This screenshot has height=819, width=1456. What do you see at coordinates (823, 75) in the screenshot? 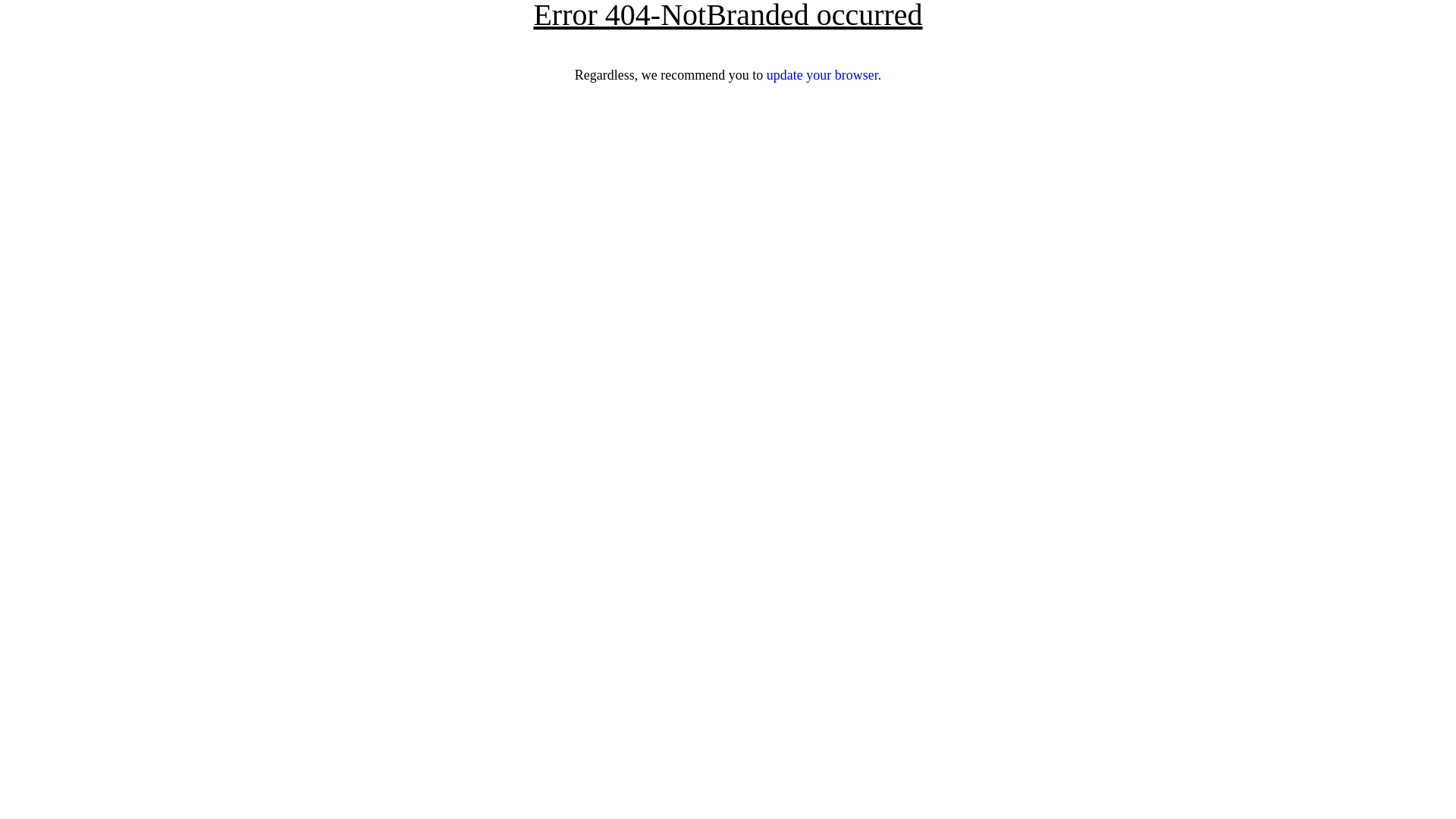
I see `'update your browser.'` at bounding box center [823, 75].